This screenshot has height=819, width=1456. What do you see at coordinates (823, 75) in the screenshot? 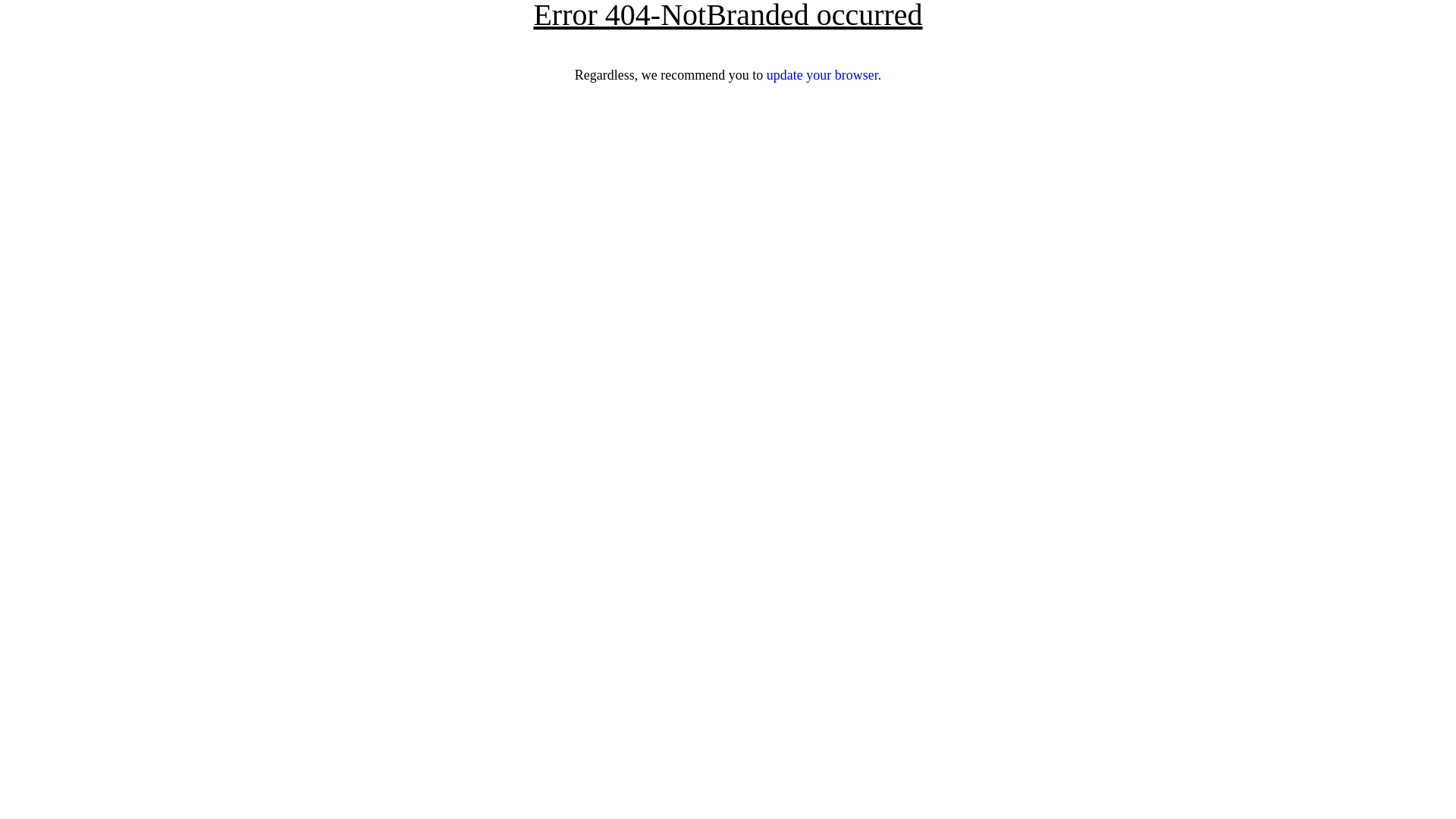
I see `'update your browser.'` at bounding box center [823, 75].